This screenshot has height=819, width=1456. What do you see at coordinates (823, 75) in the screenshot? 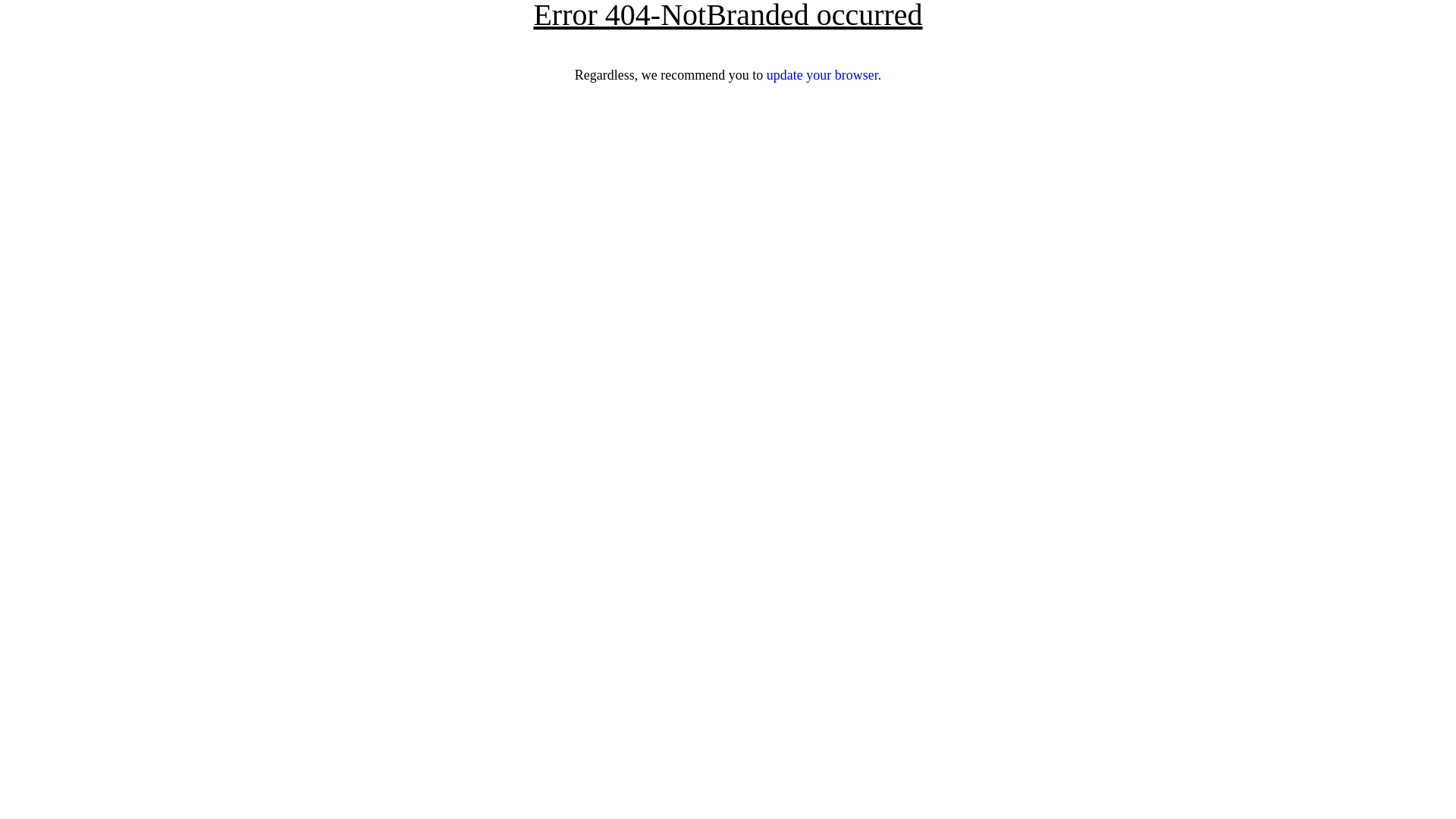
I see `'update your browser.'` at bounding box center [823, 75].